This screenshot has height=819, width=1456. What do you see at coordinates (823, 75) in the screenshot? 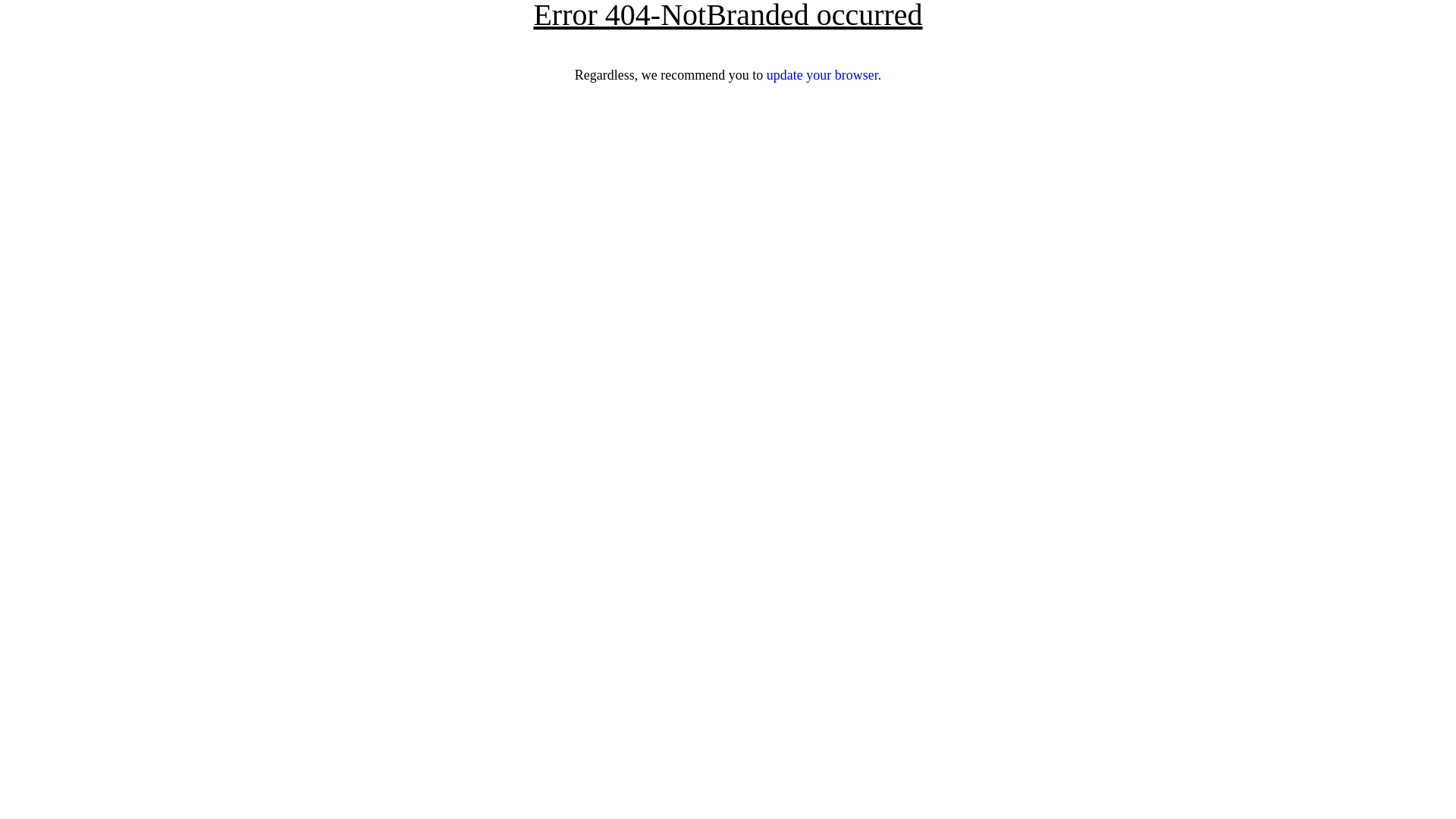
I see `'update your browser.'` at bounding box center [823, 75].